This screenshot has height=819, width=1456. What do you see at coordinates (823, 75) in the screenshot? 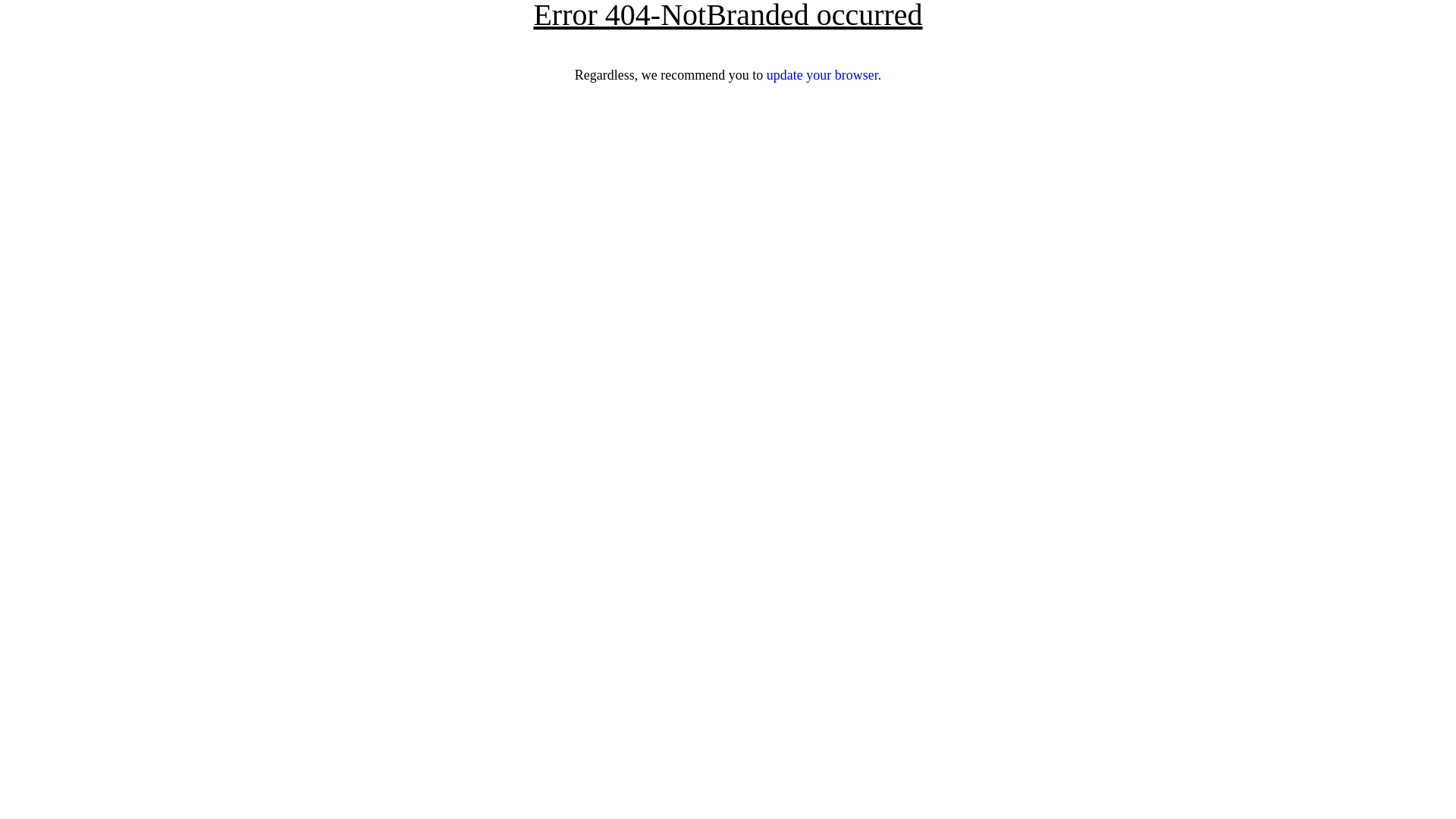
I see `'update your browser.'` at bounding box center [823, 75].